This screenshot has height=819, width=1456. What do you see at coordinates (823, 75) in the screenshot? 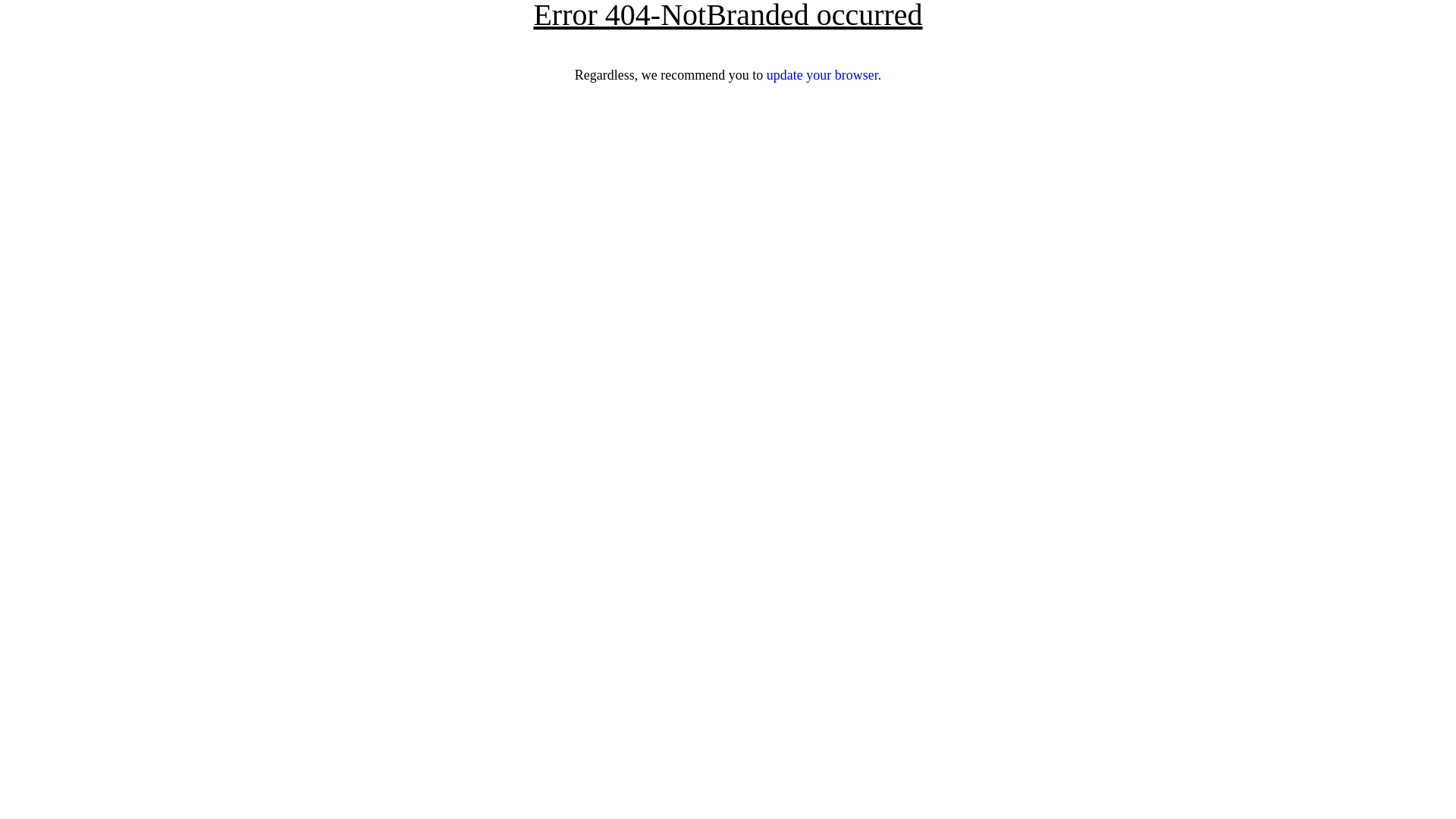
I see `'update your browser.'` at bounding box center [823, 75].